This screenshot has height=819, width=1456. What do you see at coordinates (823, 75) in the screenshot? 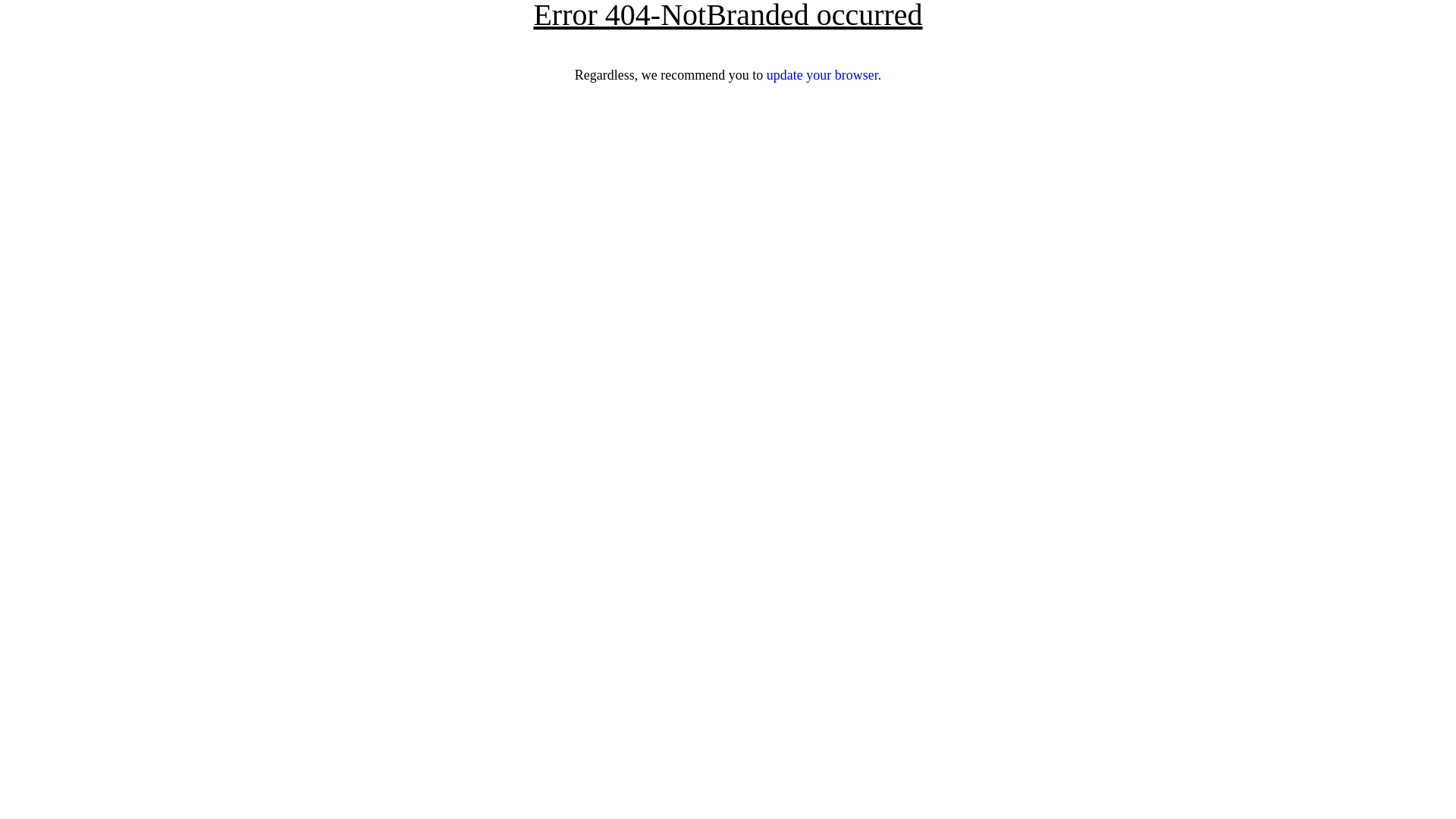
I see `'update your browser.'` at bounding box center [823, 75].